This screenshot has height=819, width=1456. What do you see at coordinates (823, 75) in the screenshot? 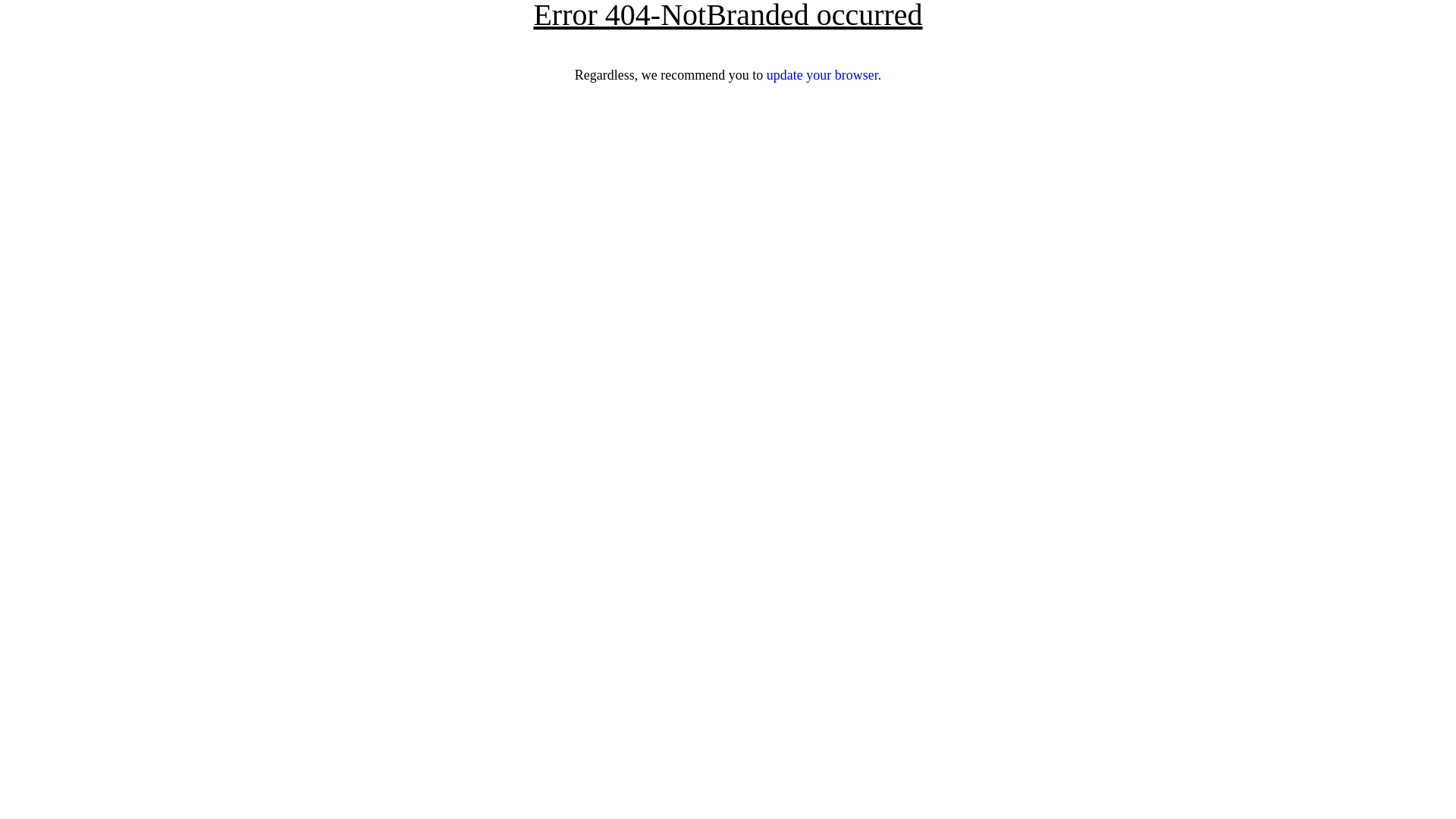
I see `'update your browser.'` at bounding box center [823, 75].